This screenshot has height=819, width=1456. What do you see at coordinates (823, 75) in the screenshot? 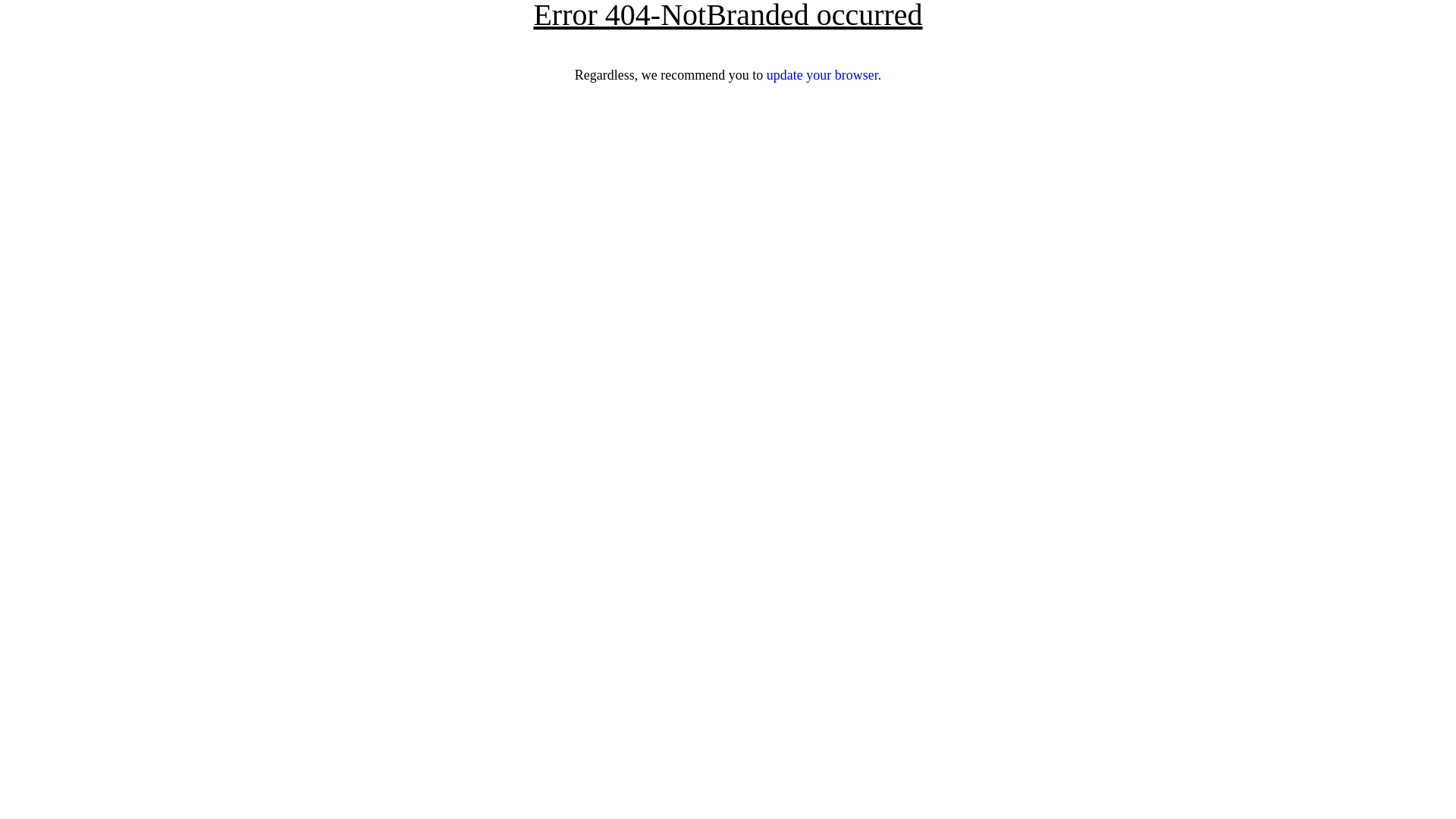
I see `'update your browser.'` at bounding box center [823, 75].